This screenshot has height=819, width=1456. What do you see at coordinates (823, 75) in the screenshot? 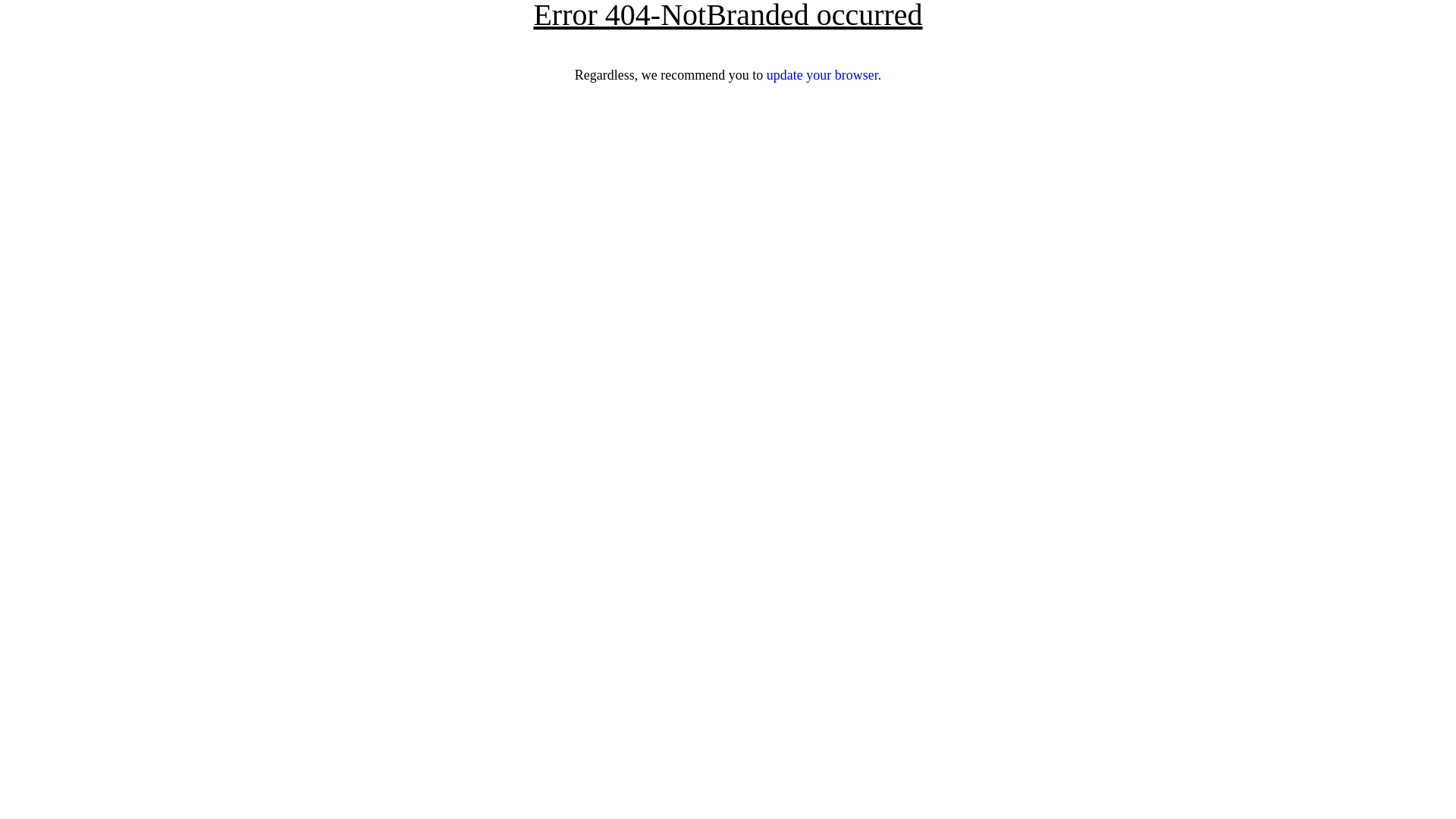
I see `'update your browser.'` at bounding box center [823, 75].